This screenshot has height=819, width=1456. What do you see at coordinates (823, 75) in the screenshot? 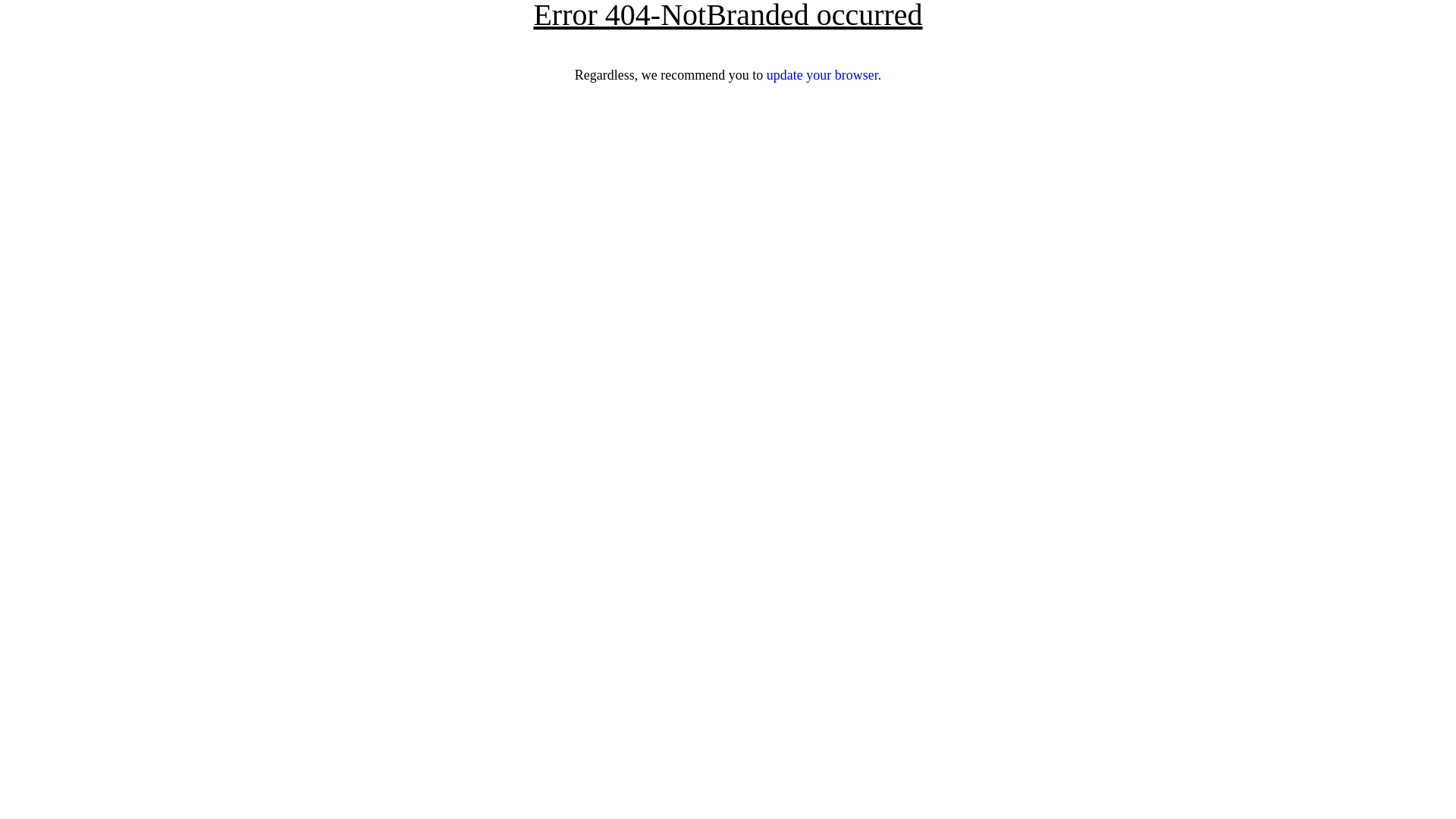
I see `'update your browser.'` at bounding box center [823, 75].